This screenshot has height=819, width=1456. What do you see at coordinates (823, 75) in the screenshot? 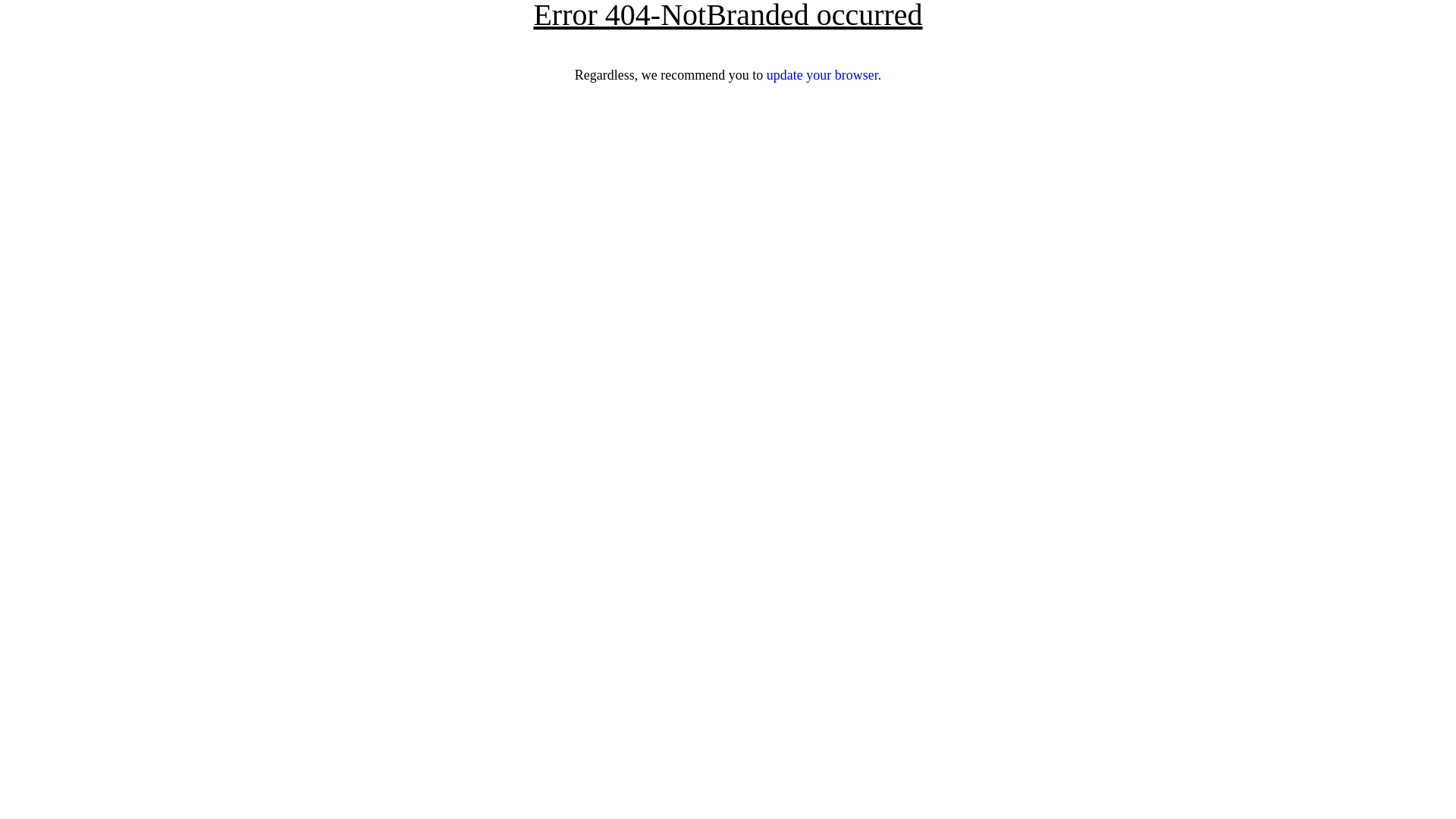
I see `'update your browser.'` at bounding box center [823, 75].